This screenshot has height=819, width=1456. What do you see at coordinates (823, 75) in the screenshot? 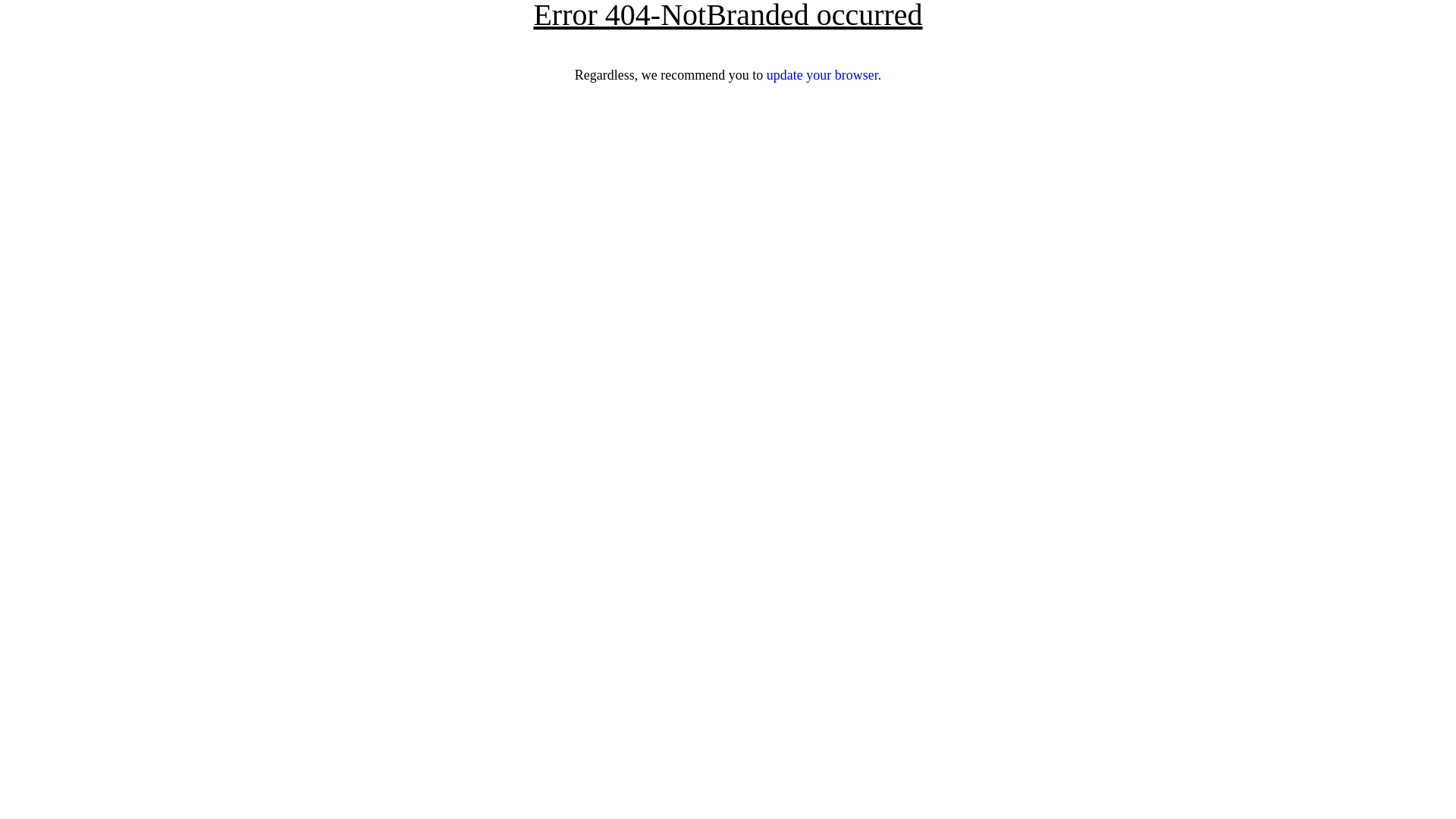
I see `'update your browser.'` at bounding box center [823, 75].